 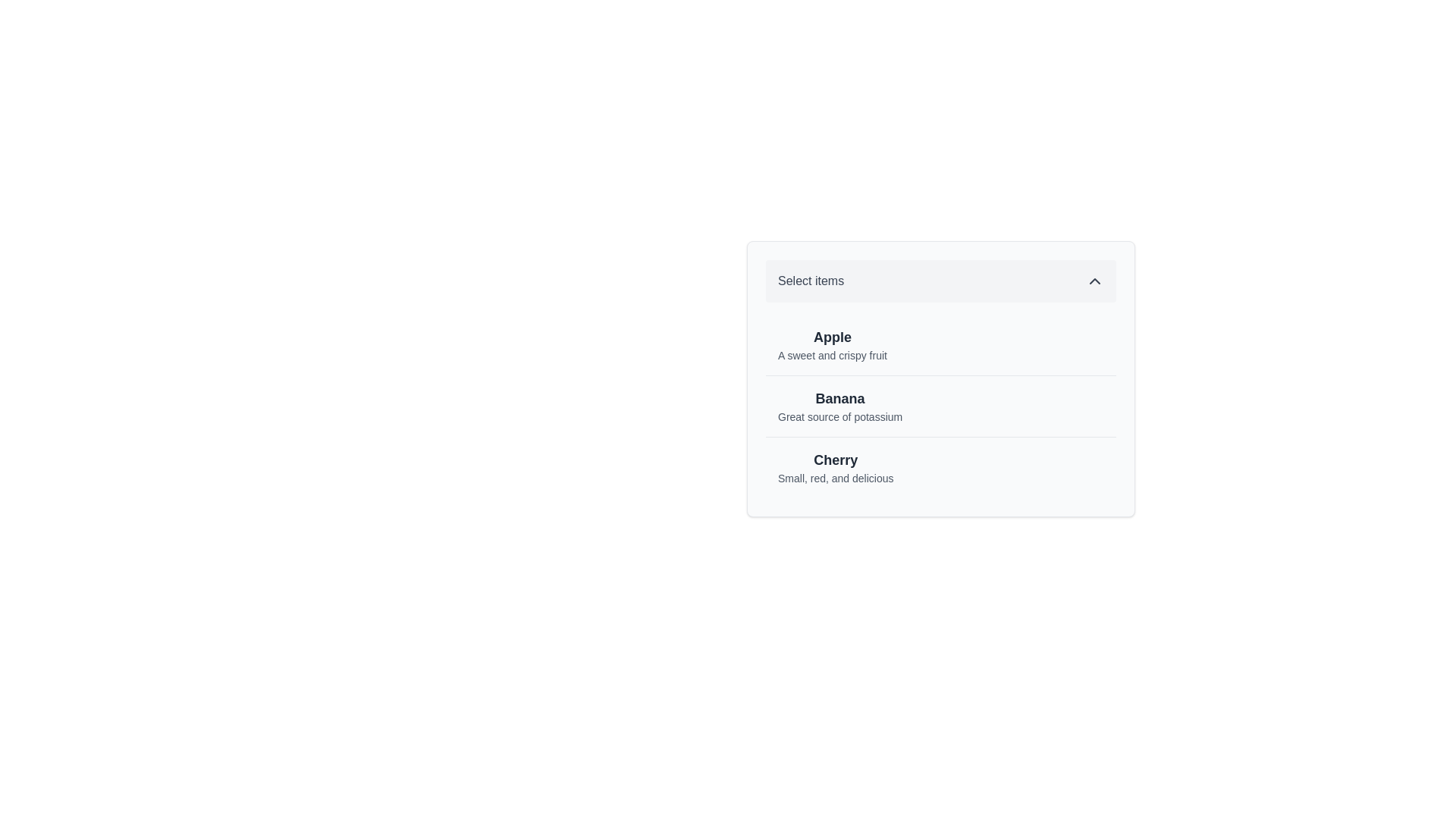 What do you see at coordinates (832, 345) in the screenshot?
I see `the first item` at bounding box center [832, 345].